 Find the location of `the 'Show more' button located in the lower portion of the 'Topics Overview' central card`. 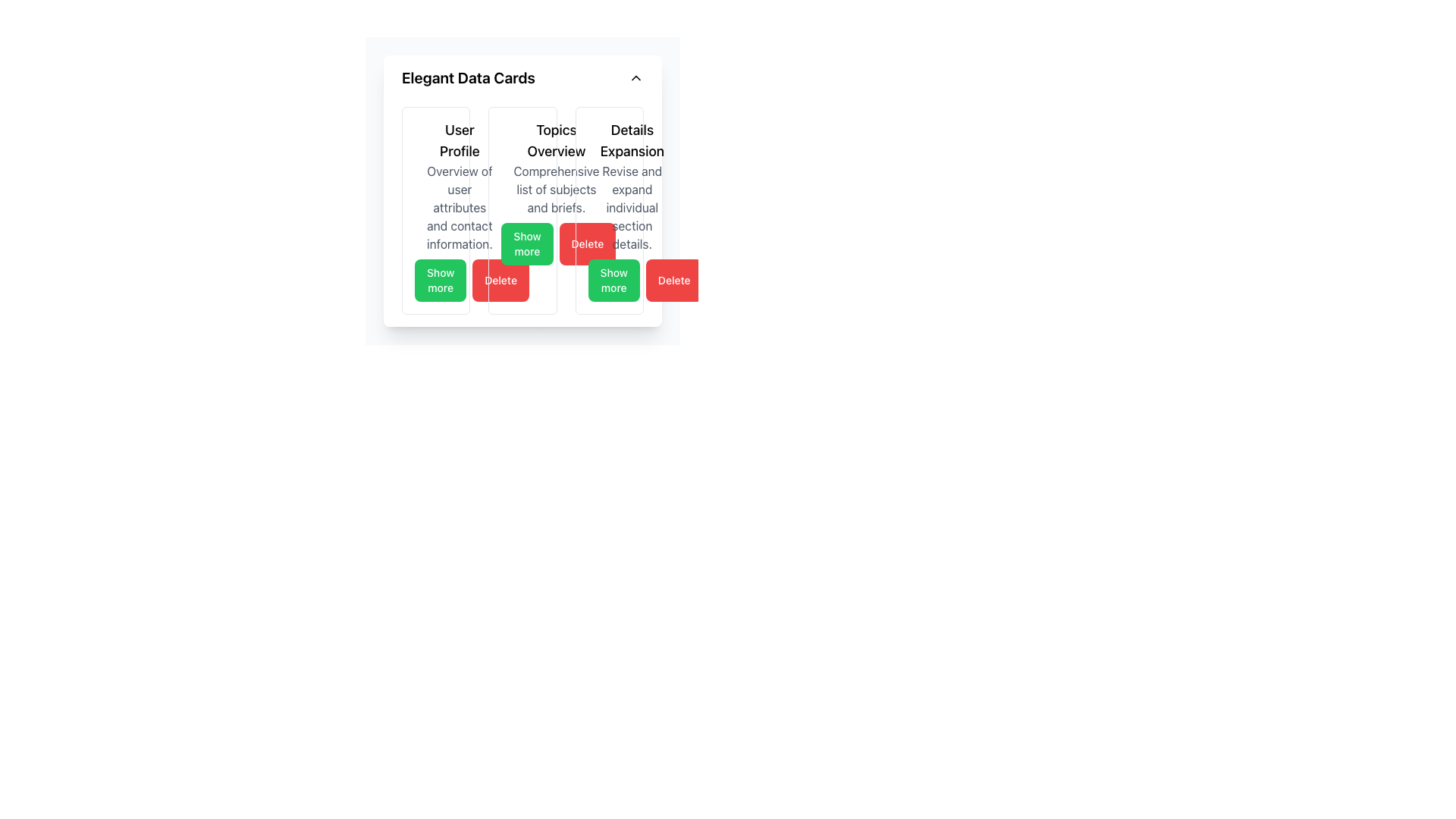

the 'Show more' button located in the lower portion of the 'Topics Overview' central card is located at coordinates (613, 281).